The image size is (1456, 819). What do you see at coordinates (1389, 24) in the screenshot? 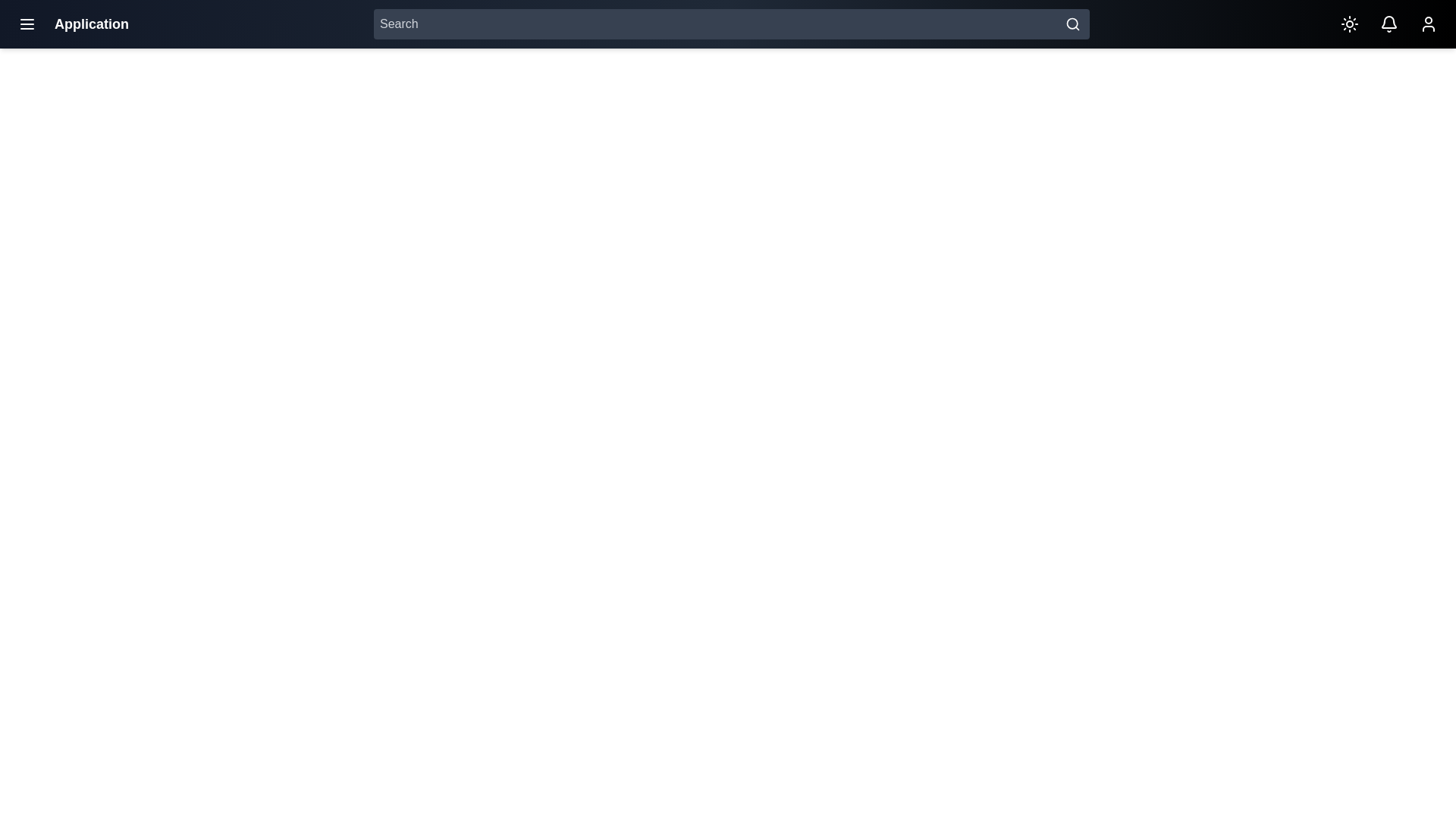
I see `bell icon to open the notifications panel` at bounding box center [1389, 24].